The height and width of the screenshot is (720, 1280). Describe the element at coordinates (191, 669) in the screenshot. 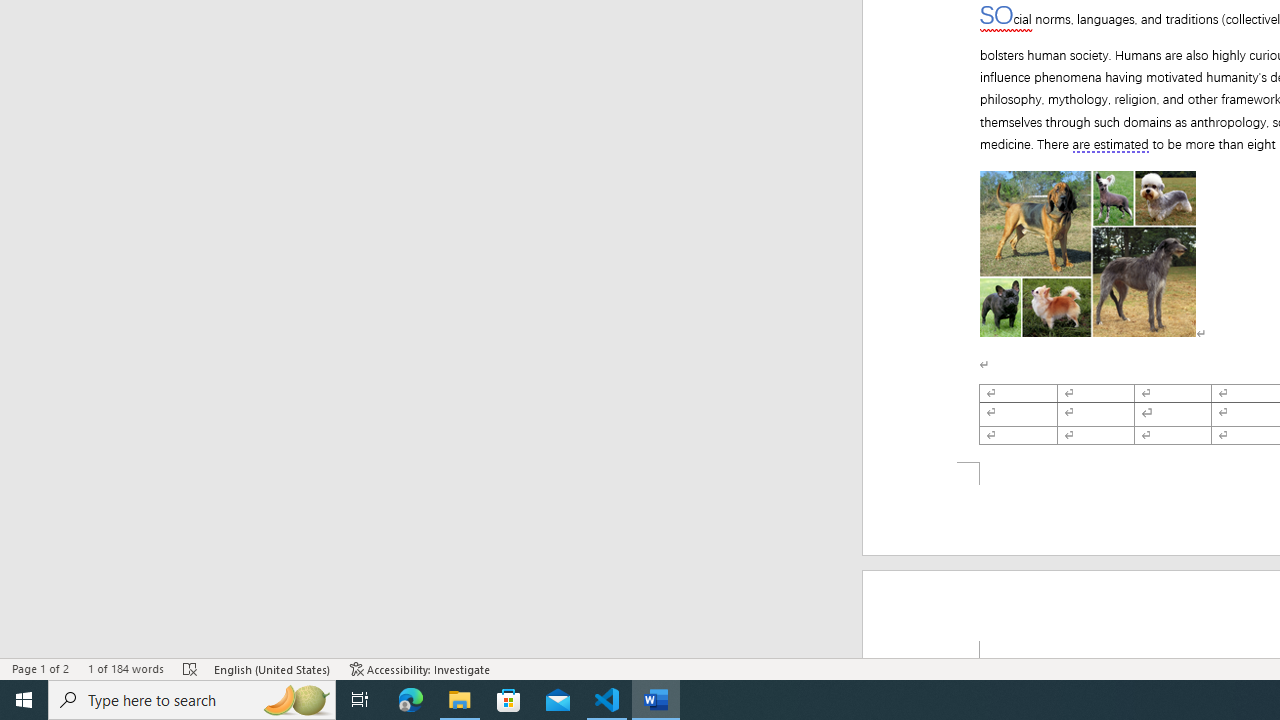

I see `'Spelling and Grammar Check Errors'` at that location.